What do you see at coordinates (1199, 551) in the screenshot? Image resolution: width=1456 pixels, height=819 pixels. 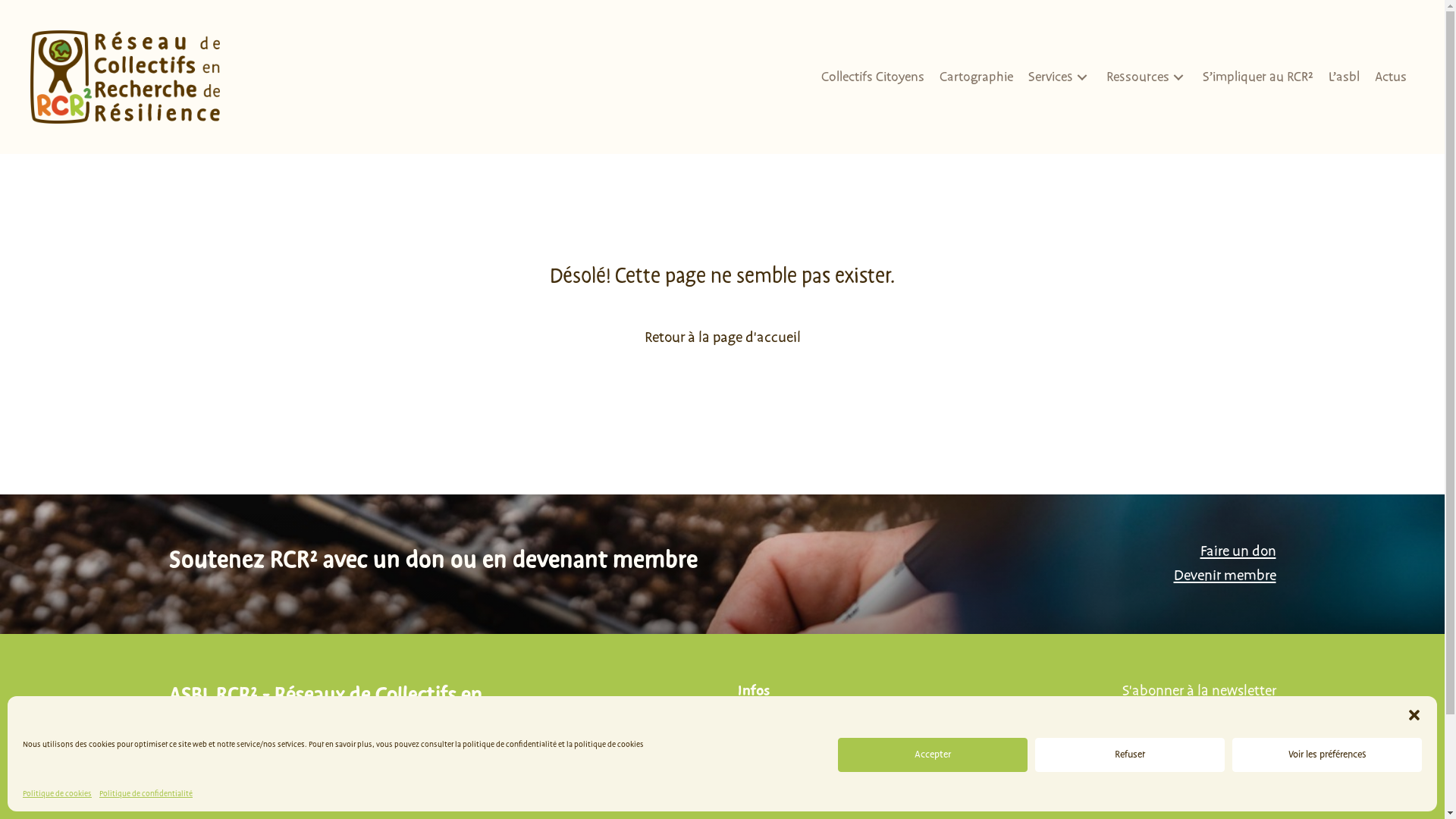 I see `'Faire un don'` at bounding box center [1199, 551].